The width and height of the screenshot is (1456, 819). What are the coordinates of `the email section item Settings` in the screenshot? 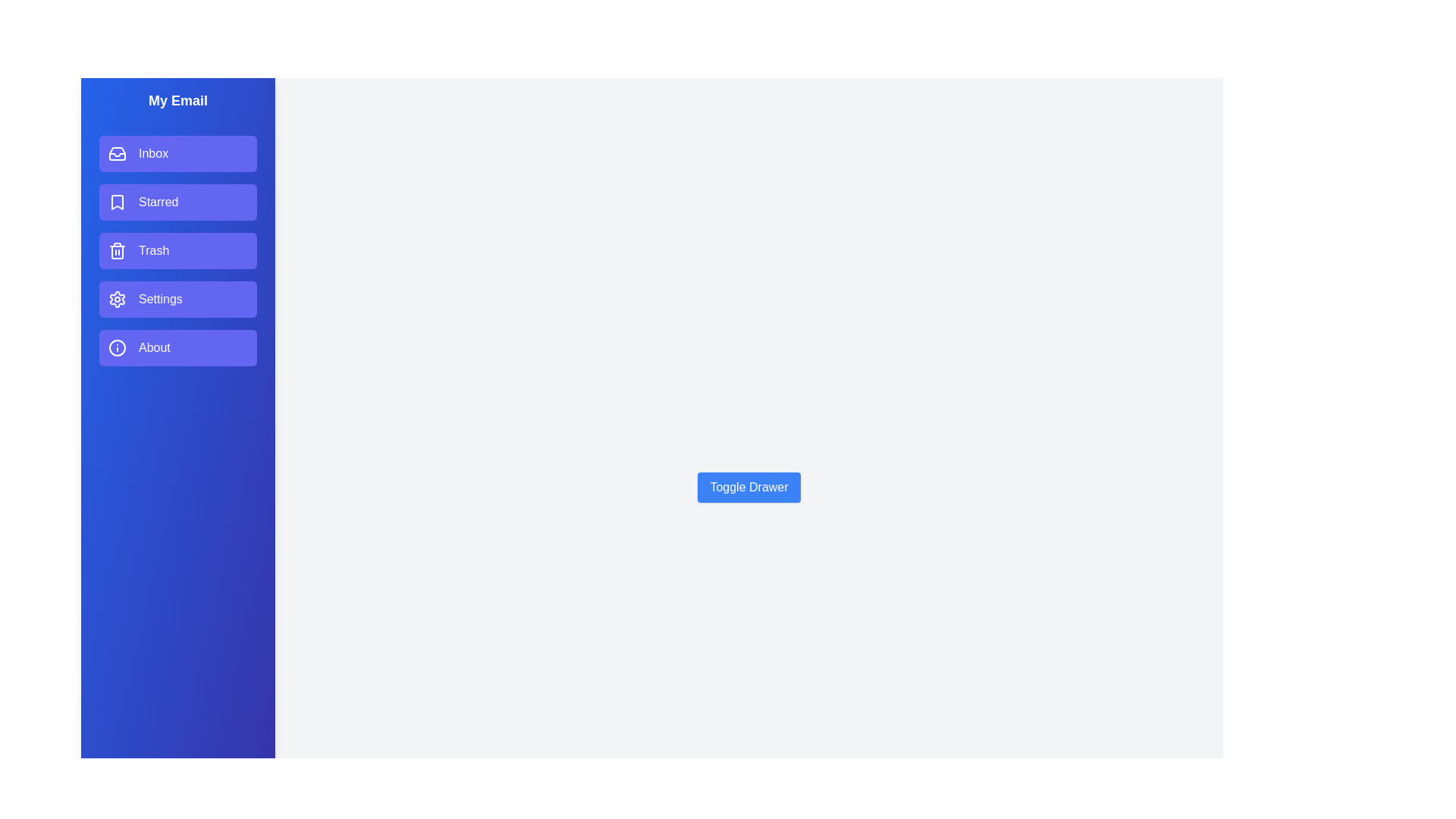 It's located at (178, 299).